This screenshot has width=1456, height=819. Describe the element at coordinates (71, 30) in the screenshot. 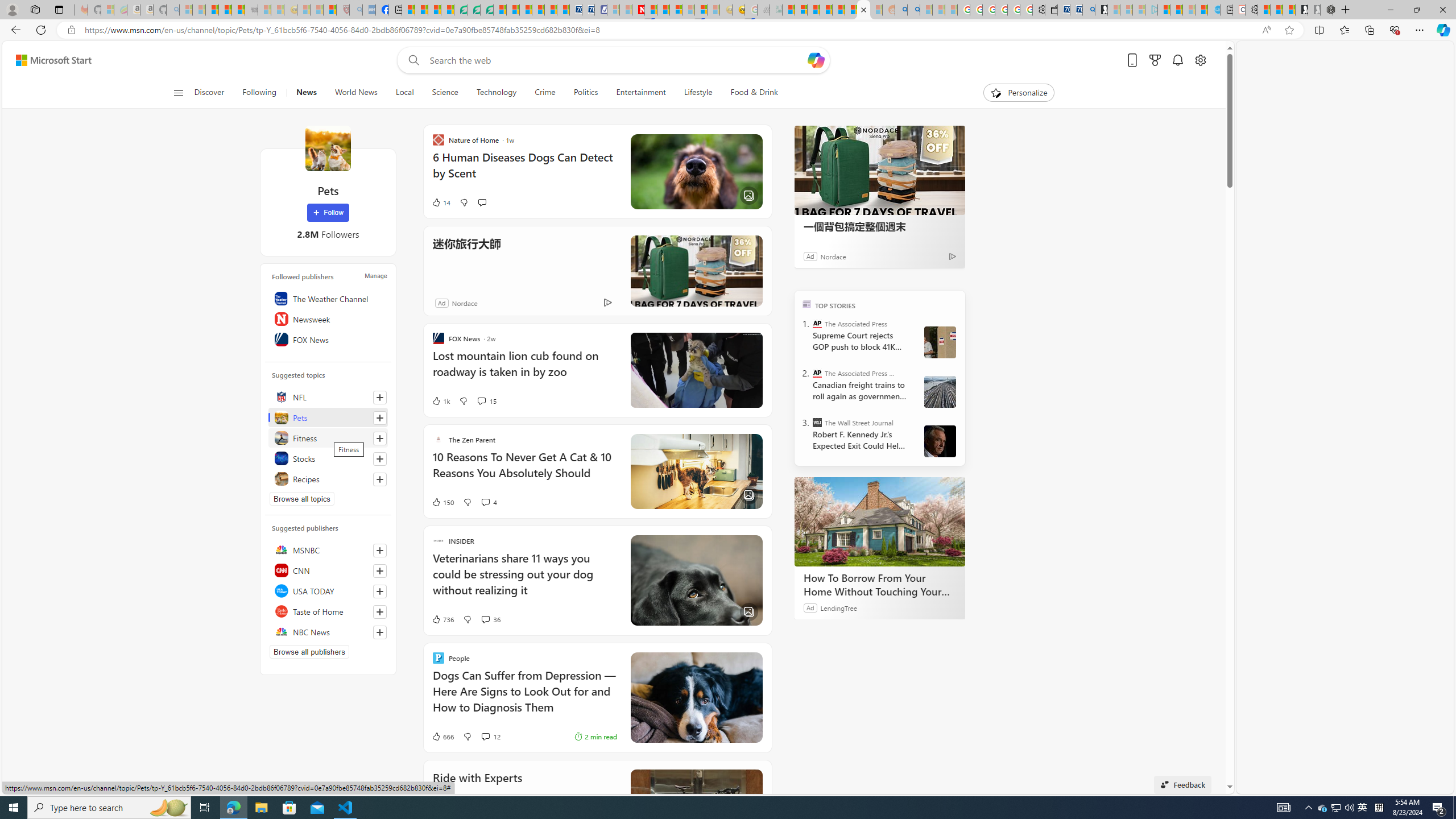

I see `'View site information'` at that location.